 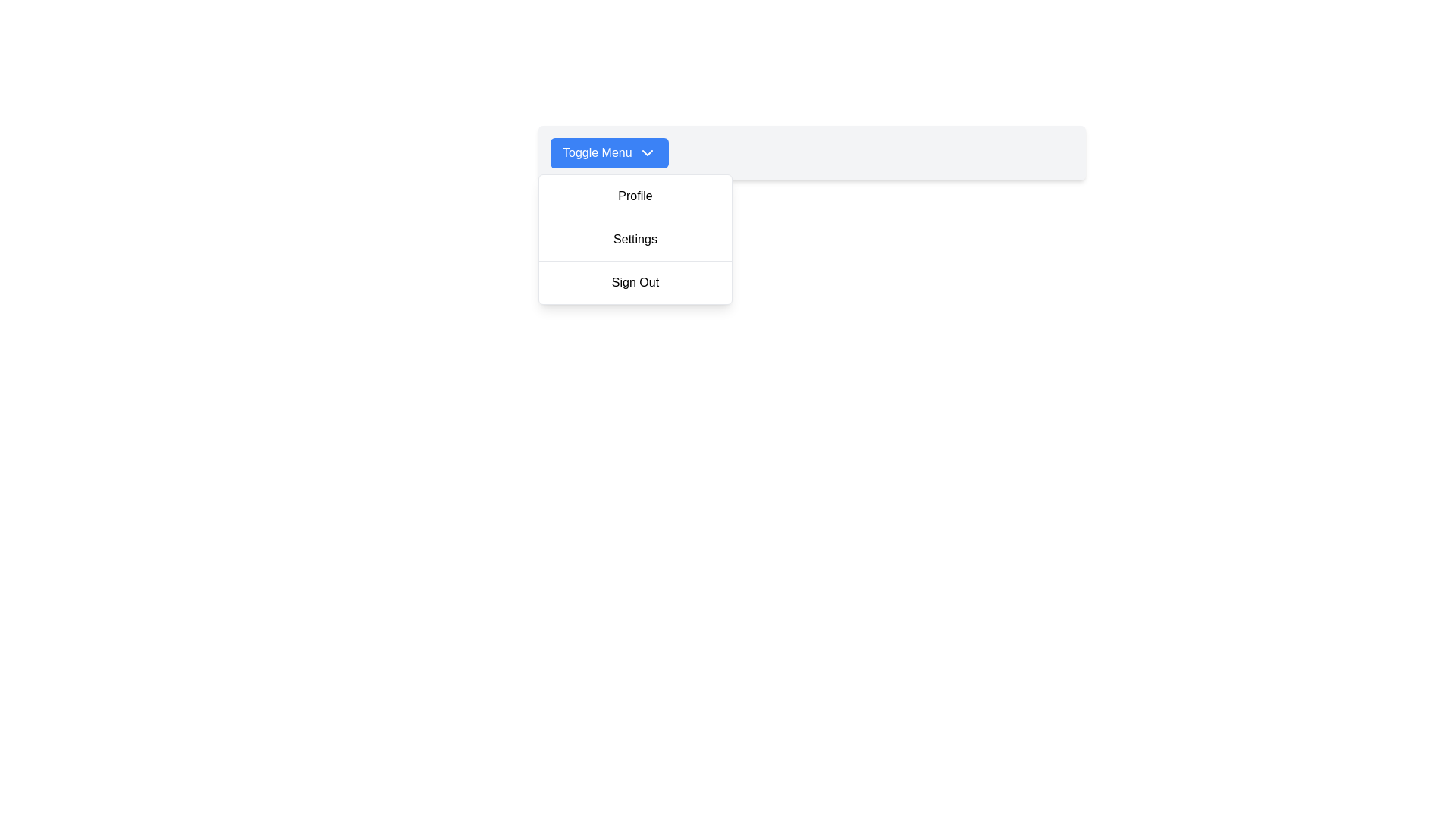 What do you see at coordinates (635, 239) in the screenshot?
I see `the settings Text label located in the dropdown menu, which is the second item beneath 'Profile' and above 'Sign Out'` at bounding box center [635, 239].